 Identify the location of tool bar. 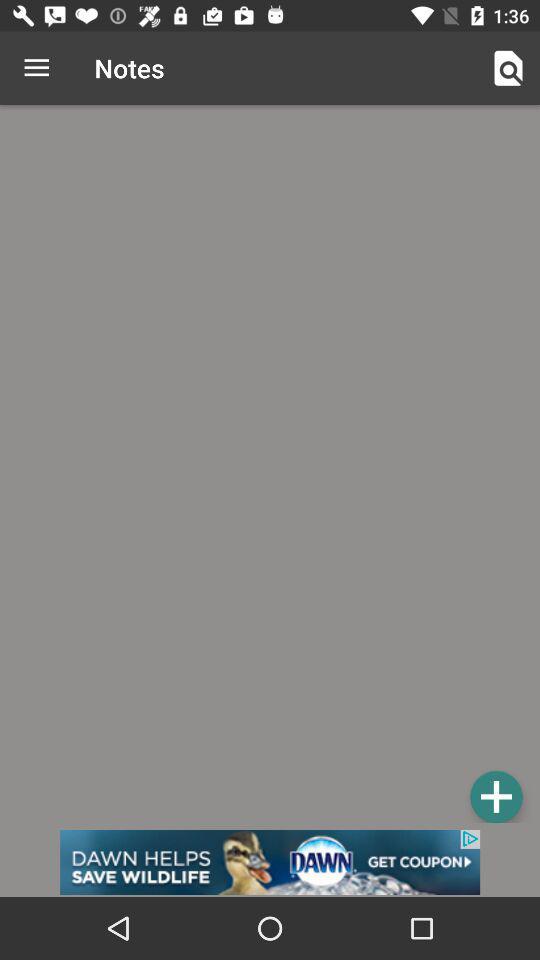
(495, 796).